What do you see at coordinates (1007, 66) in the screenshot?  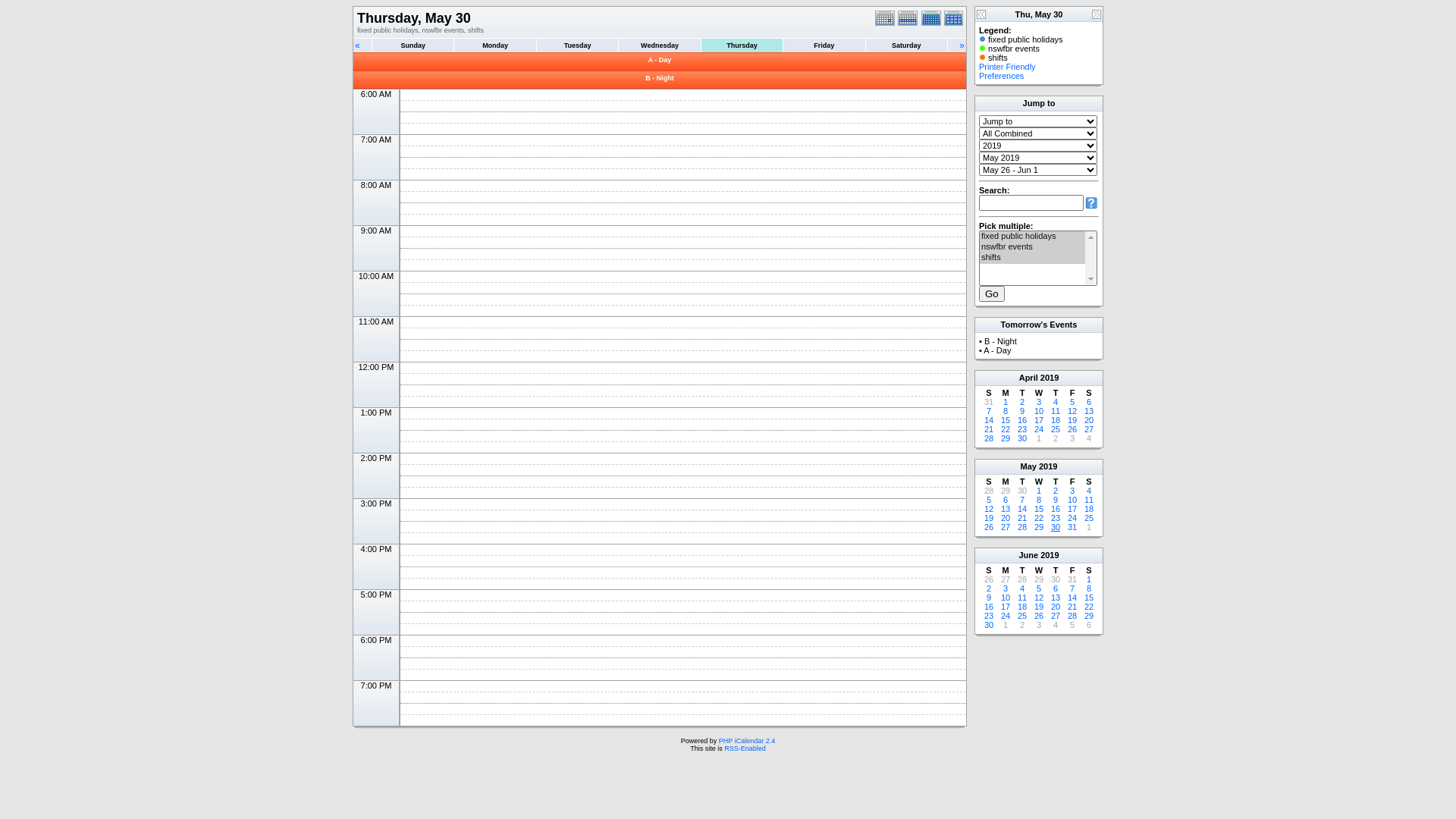 I see `'Printer Friendly'` at bounding box center [1007, 66].